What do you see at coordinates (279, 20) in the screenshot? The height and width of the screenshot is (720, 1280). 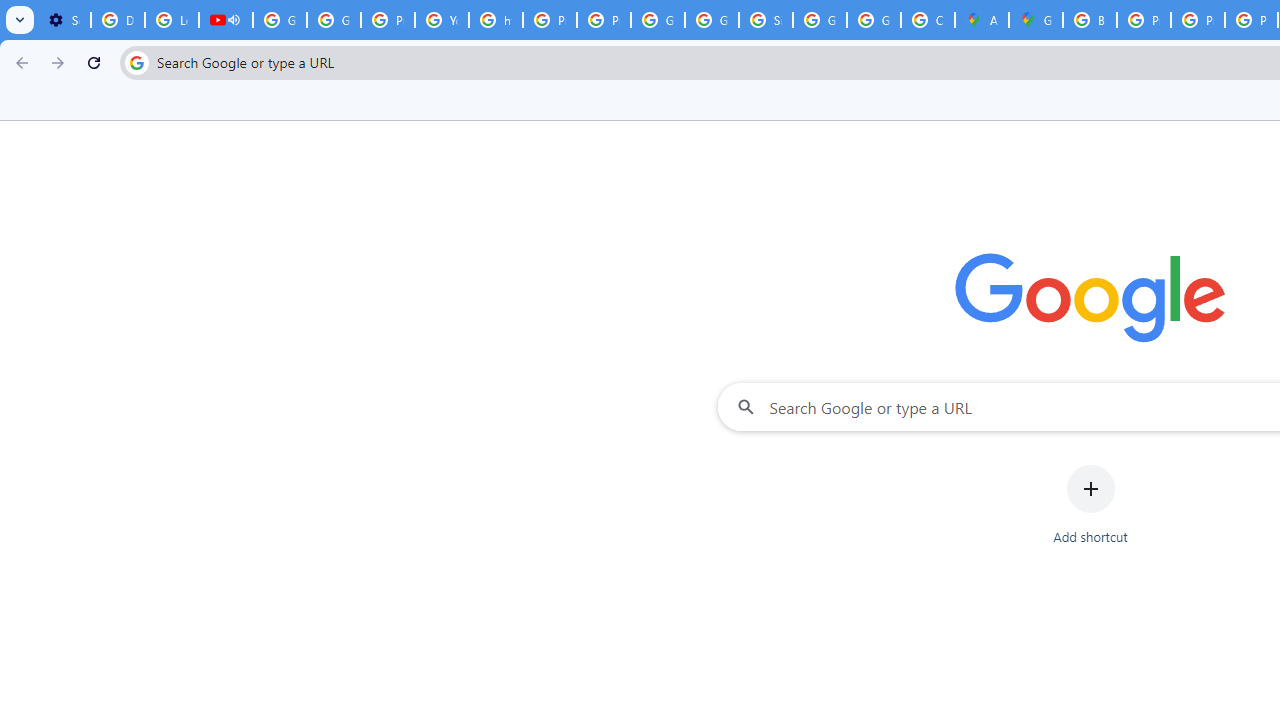 I see `'Google Account Help'` at bounding box center [279, 20].